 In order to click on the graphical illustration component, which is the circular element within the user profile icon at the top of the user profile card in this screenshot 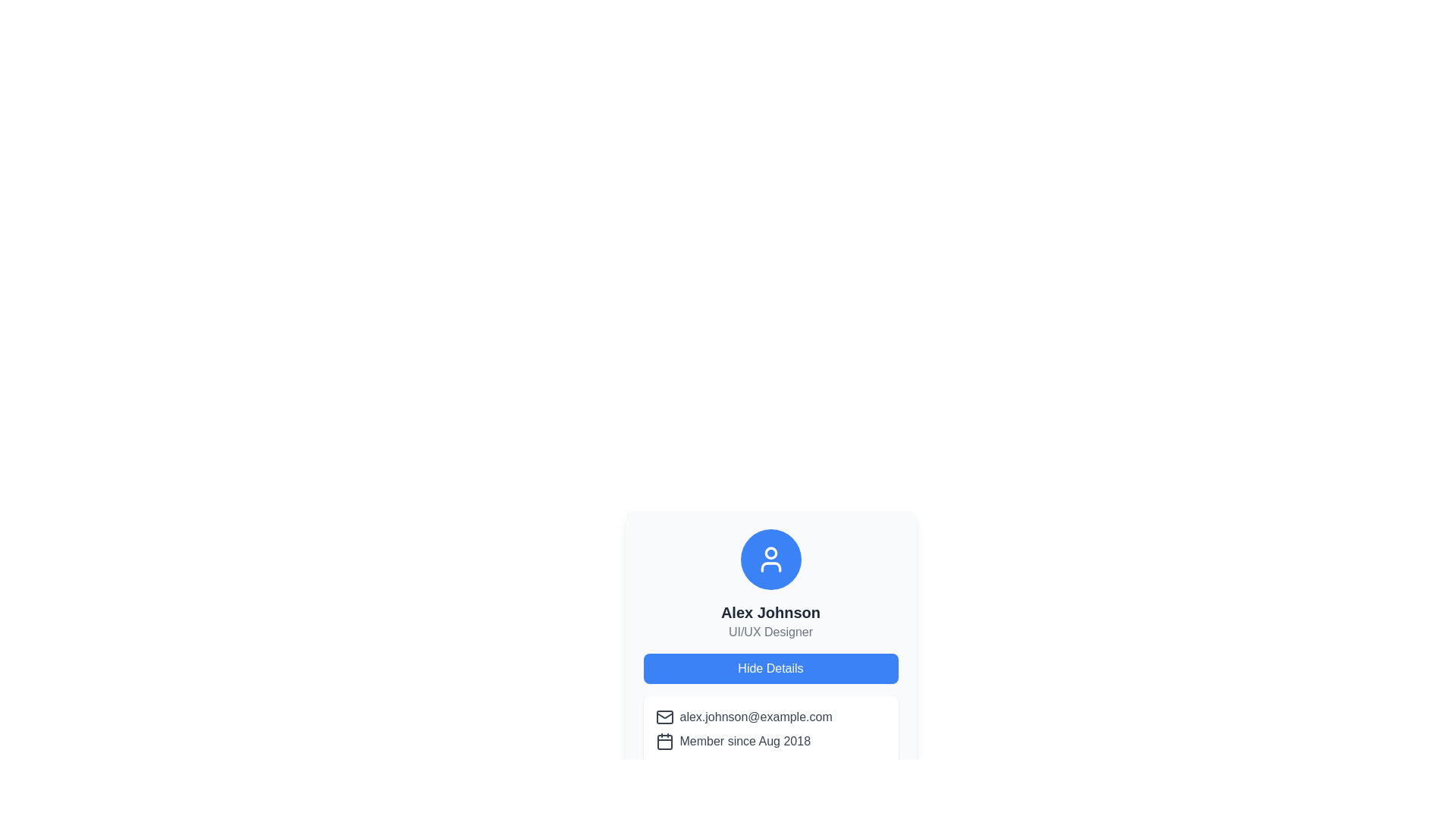, I will do `click(770, 553)`.